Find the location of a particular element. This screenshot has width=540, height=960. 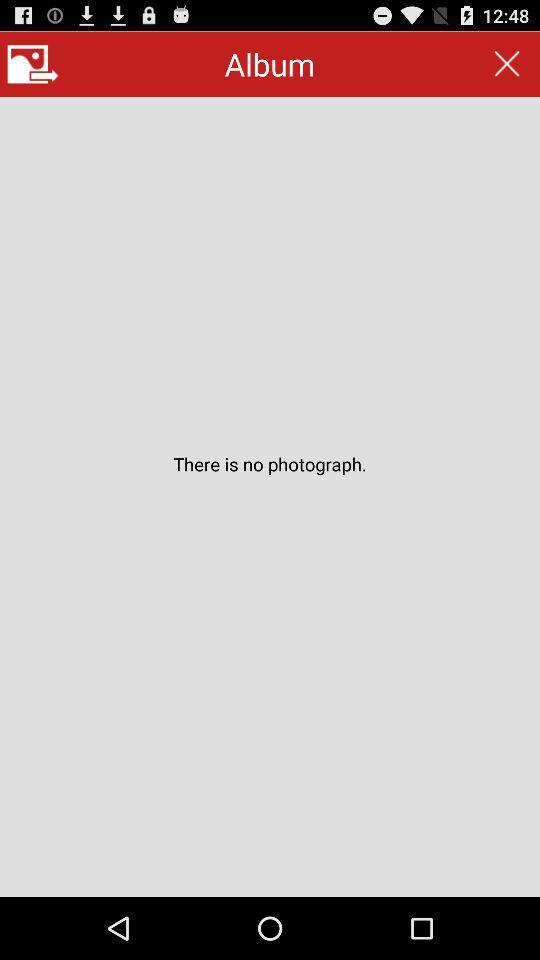

the icon to the left of the album is located at coordinates (31, 64).